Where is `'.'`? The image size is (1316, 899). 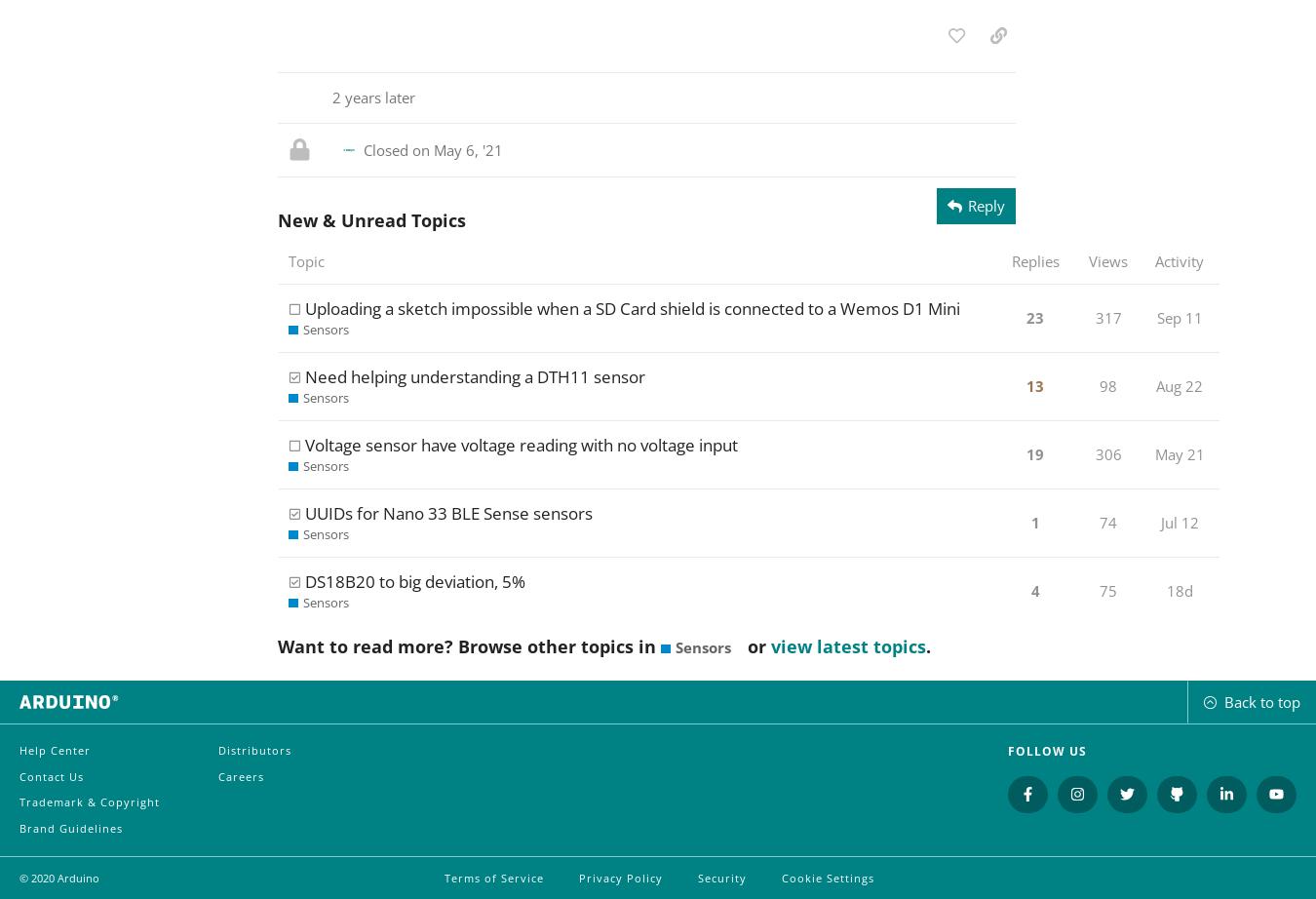
'.' is located at coordinates (924, 646).